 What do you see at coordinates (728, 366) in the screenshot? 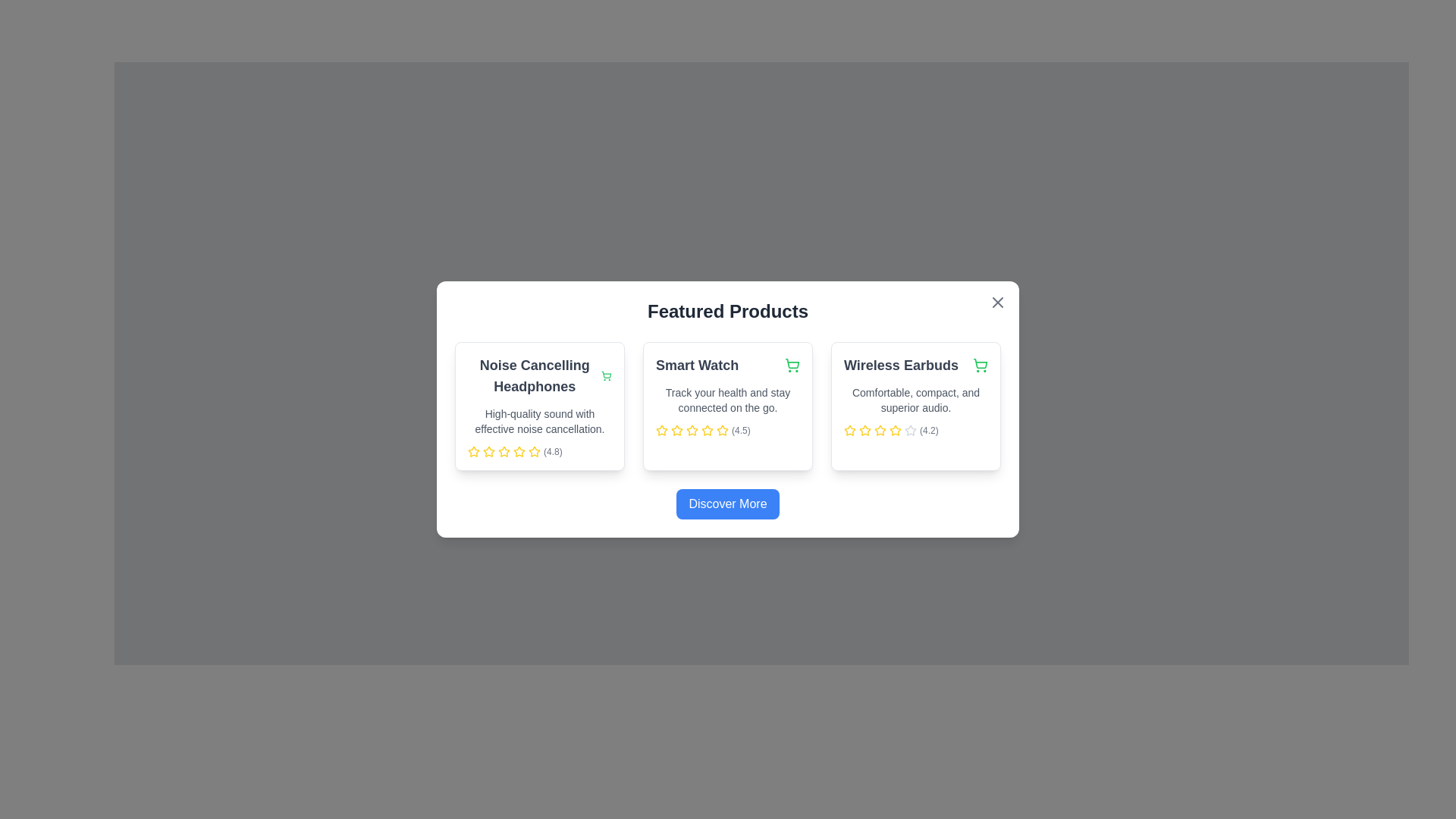
I see `the 'Smart Watch' text label, which is positioned at the top center of the middle card in the 'Featured Products' modal` at bounding box center [728, 366].